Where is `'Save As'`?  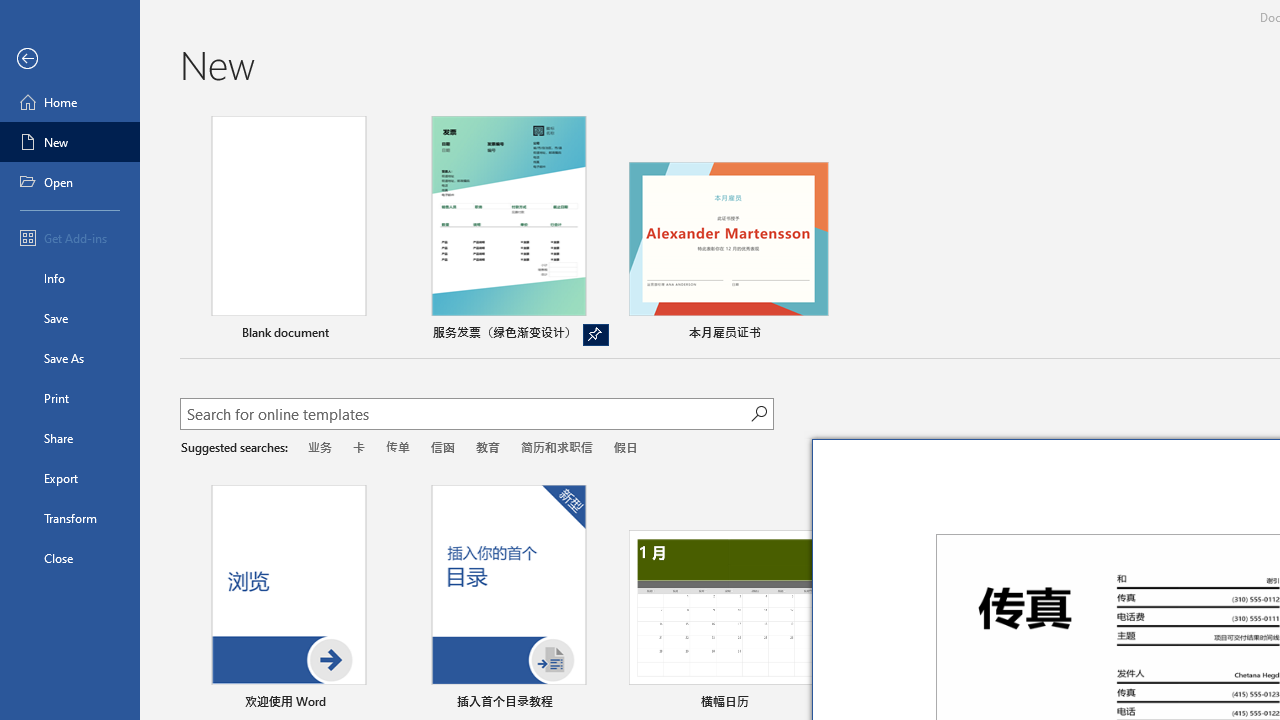 'Save As' is located at coordinates (69, 356).